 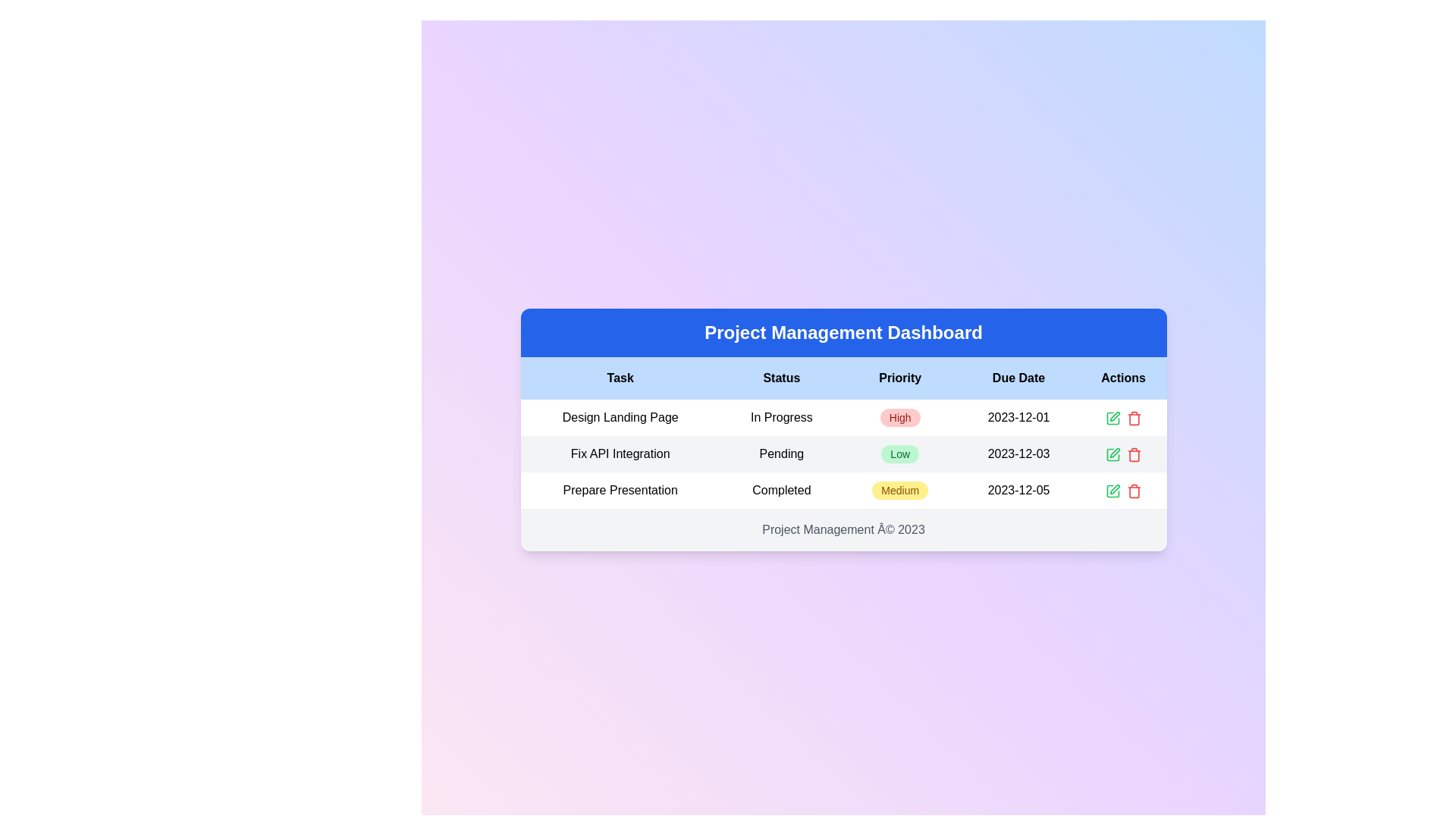 I want to click on the trash/delete icon button with a red stroke in the 'Actions' column of the table, so click(x=1134, y=418).